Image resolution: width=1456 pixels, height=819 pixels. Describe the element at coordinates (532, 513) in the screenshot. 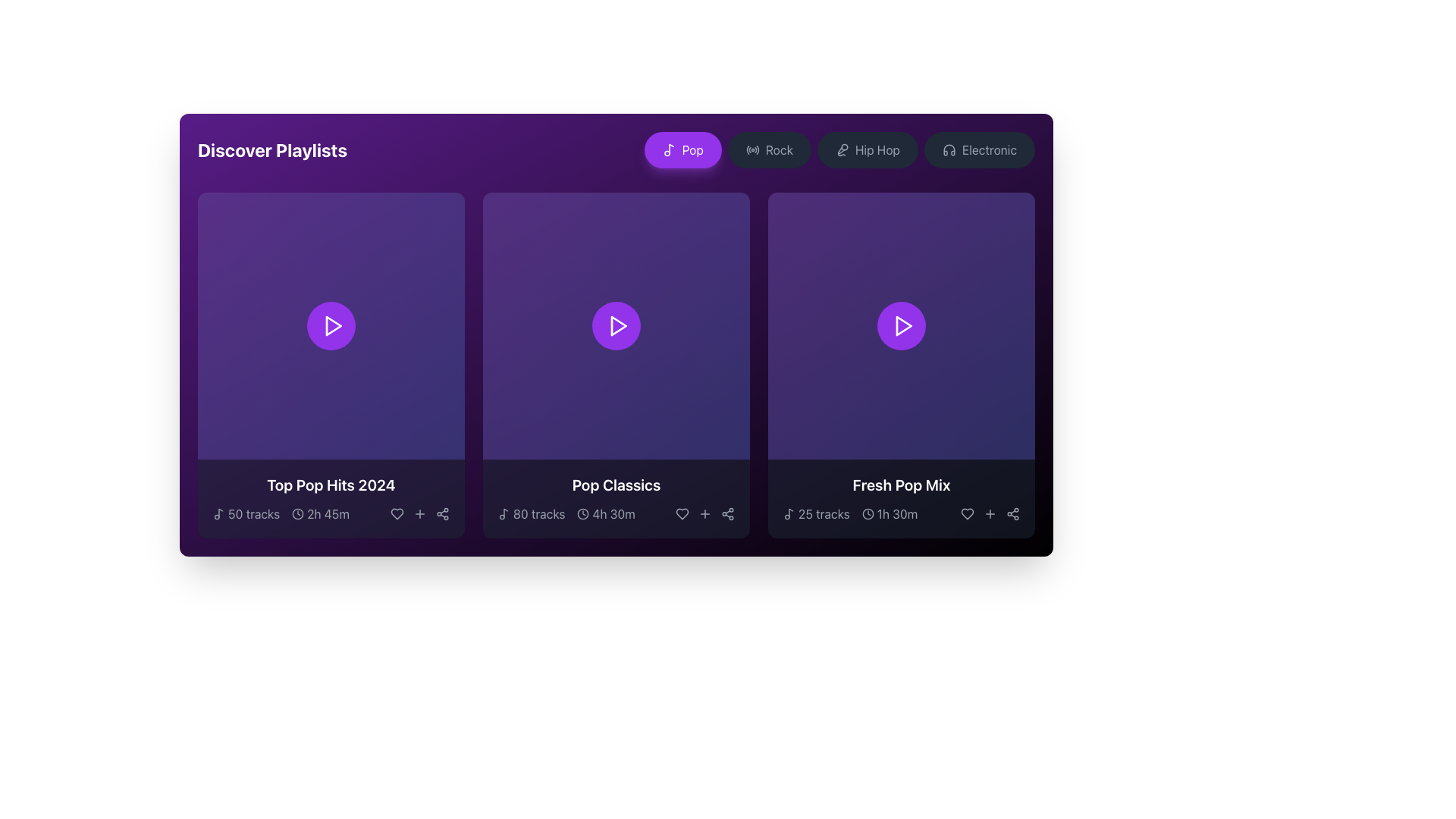

I see `the text label with icon indicating the number of tracks available (80) in the 'Pop Classics' playlist` at that location.